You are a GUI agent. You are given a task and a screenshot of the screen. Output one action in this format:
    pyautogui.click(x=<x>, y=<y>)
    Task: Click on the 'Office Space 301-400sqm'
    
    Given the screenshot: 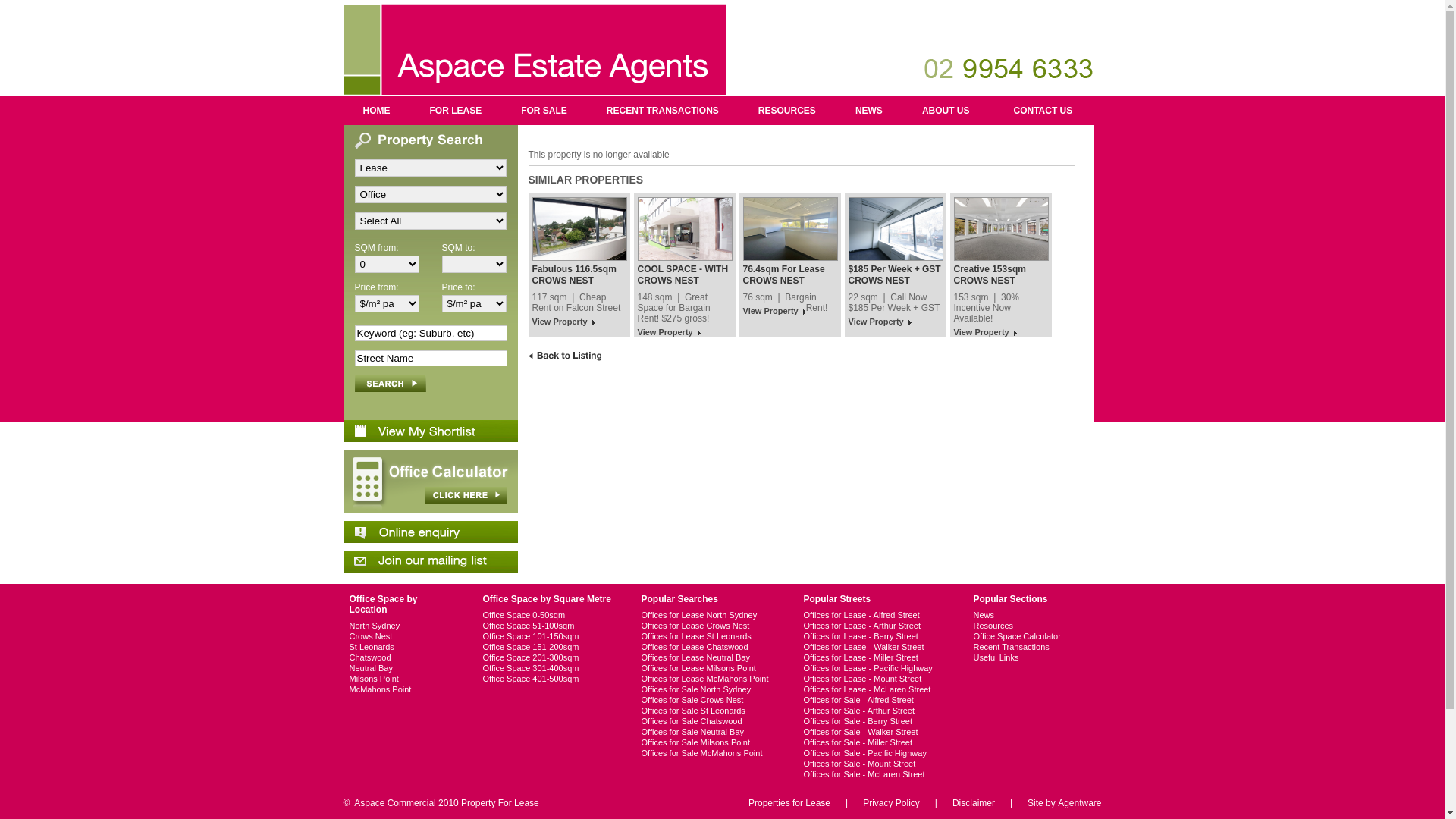 What is the action you would take?
    pyautogui.click(x=548, y=667)
    